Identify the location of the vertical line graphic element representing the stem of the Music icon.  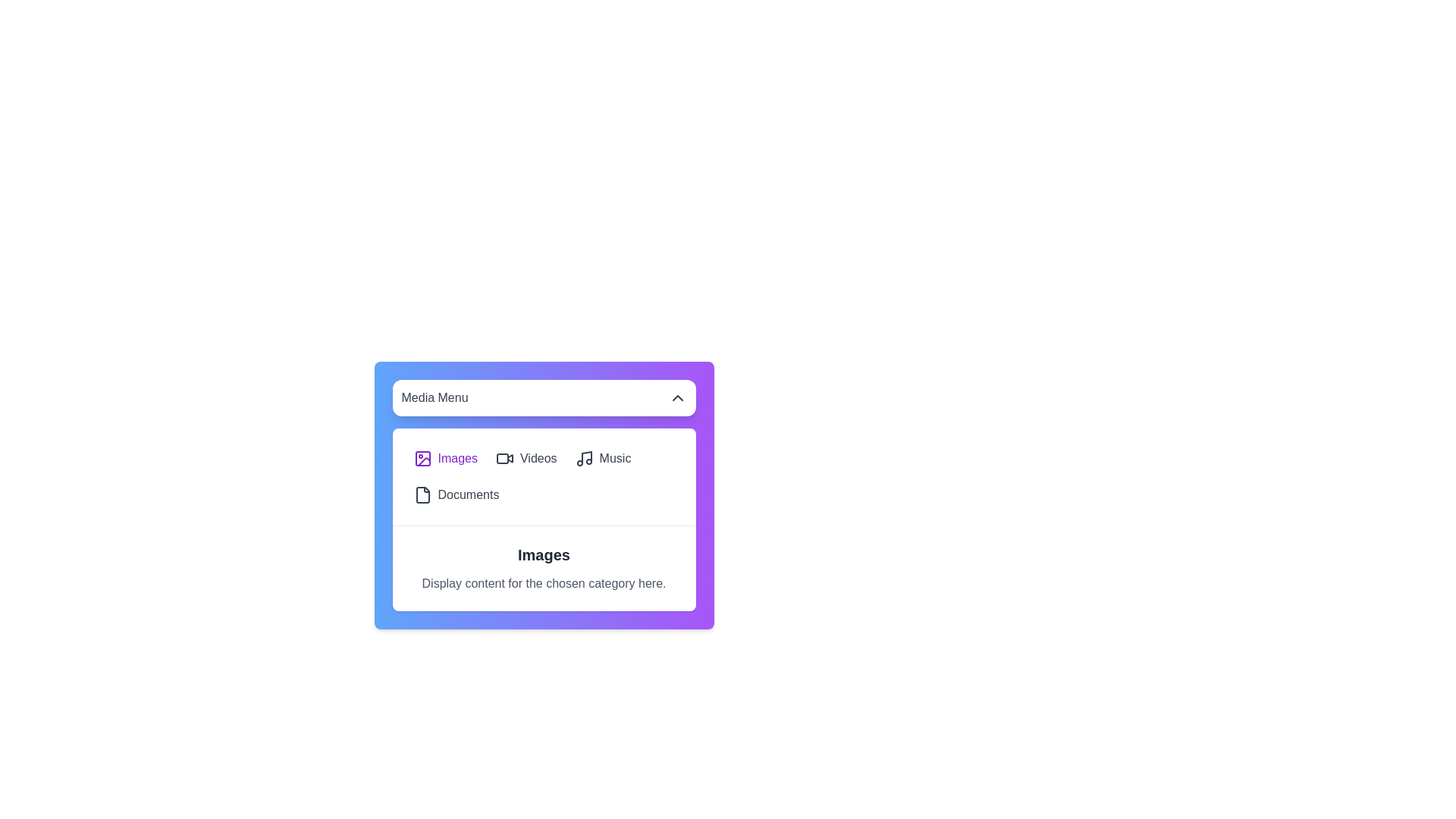
(585, 457).